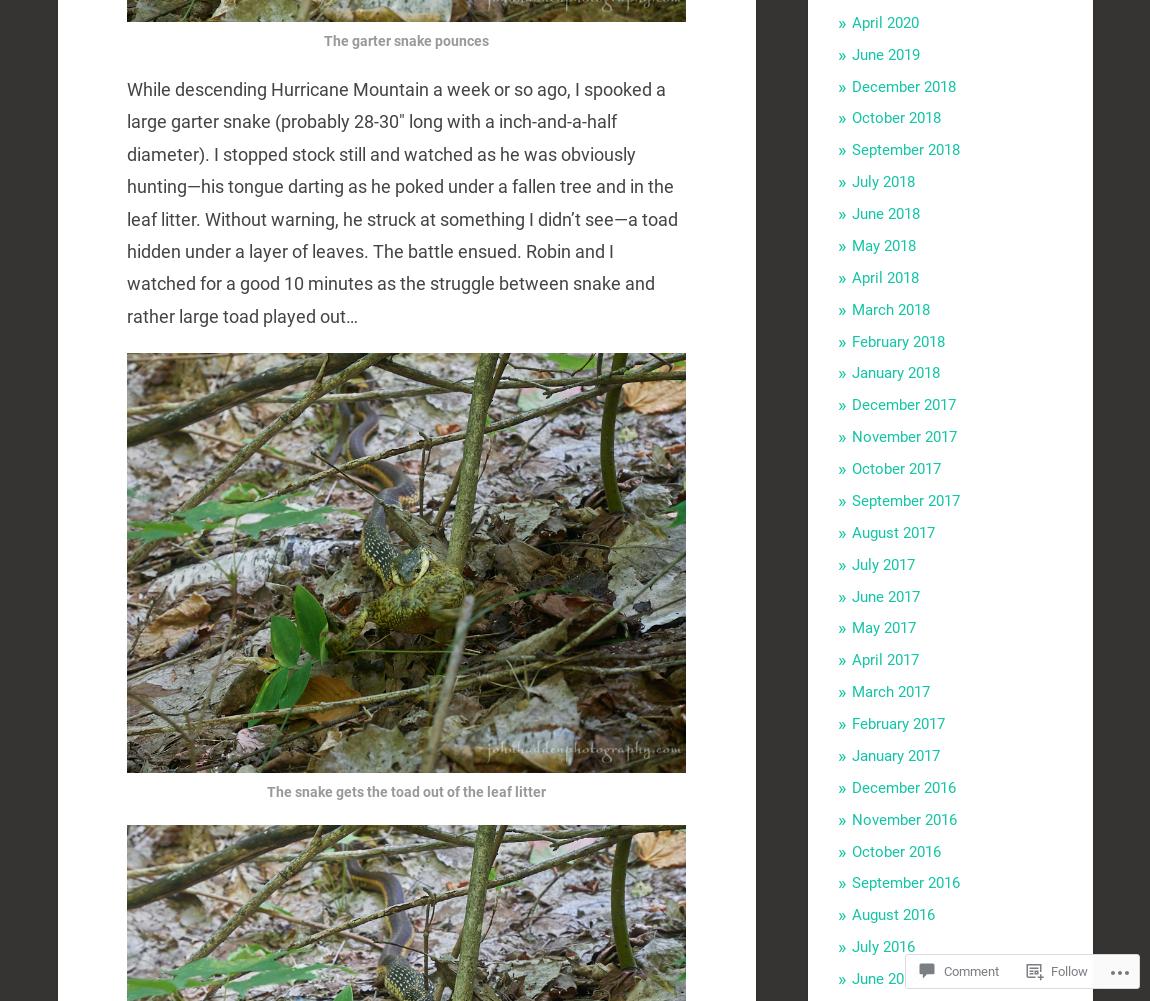 This screenshot has width=1150, height=1001. I want to click on 'December 2018', so click(850, 84).